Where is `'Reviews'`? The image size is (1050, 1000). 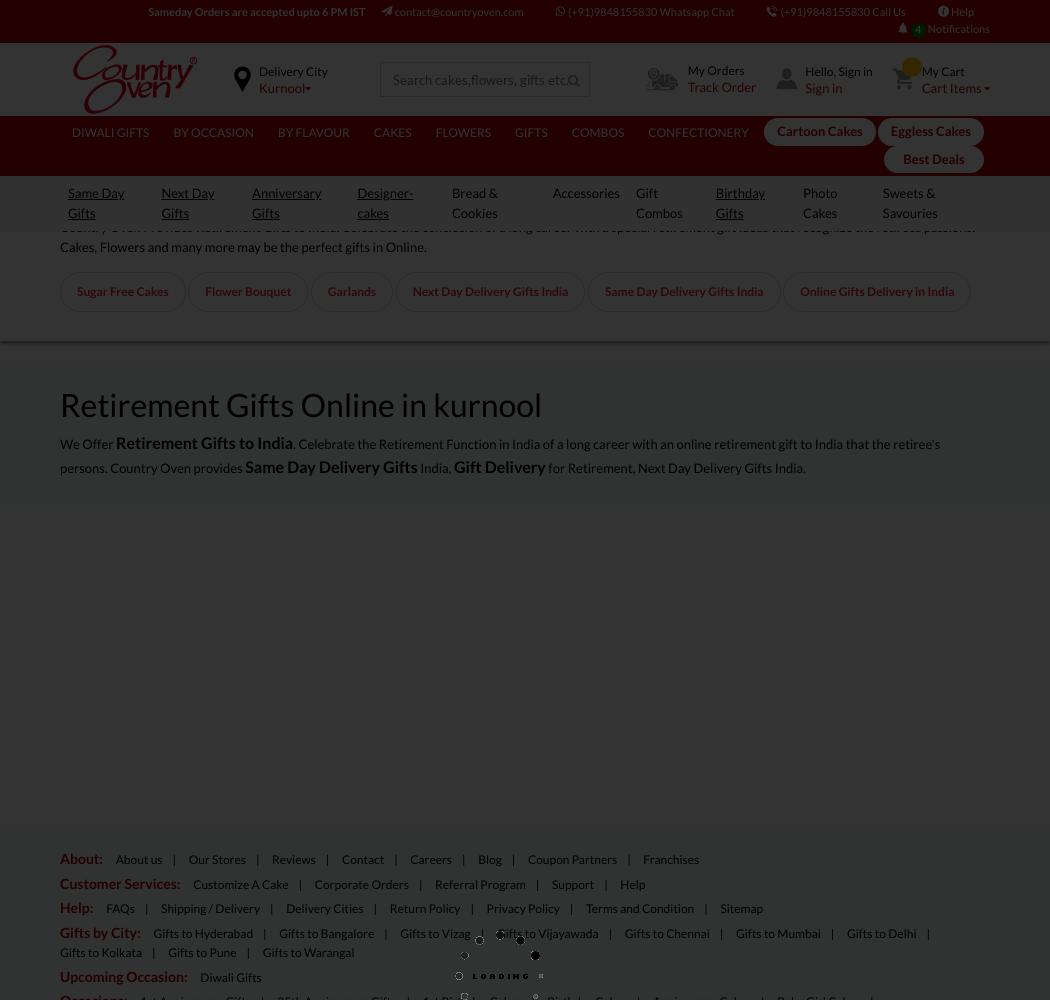 'Reviews' is located at coordinates (292, 858).